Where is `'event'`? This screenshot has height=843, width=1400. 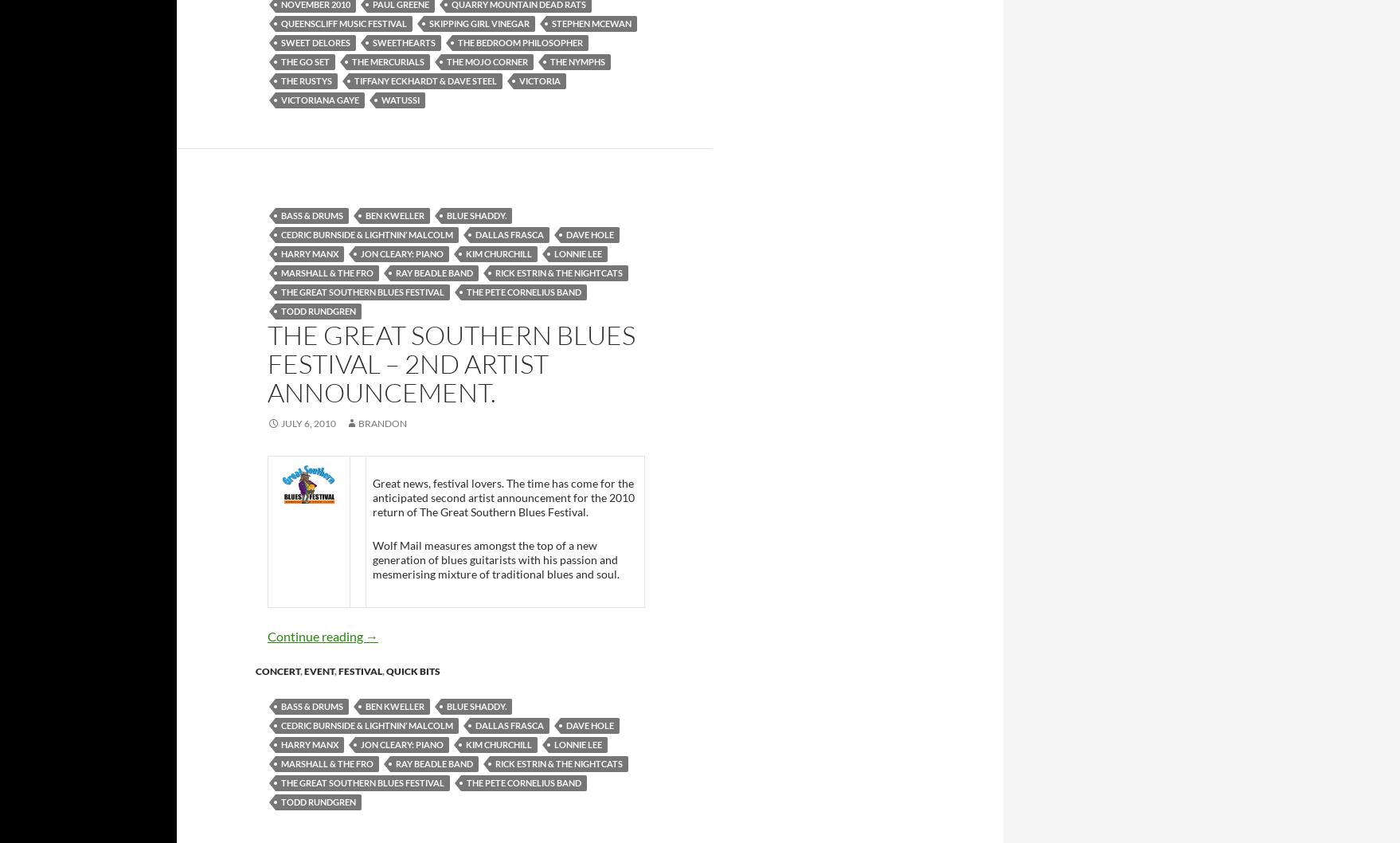 'event' is located at coordinates (319, 669).